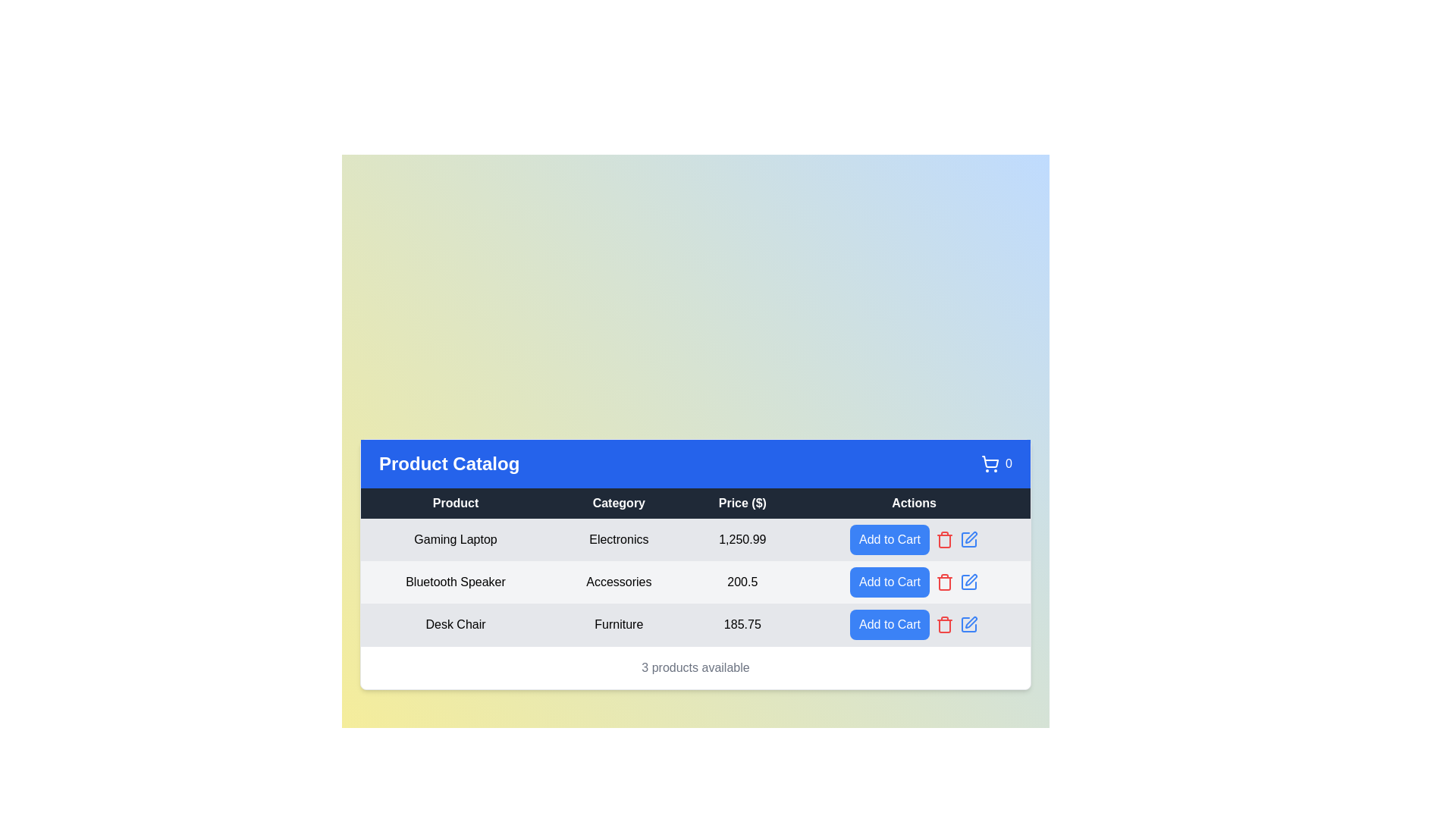  What do you see at coordinates (968, 624) in the screenshot?
I see `the decorative SVG icon located in the Actions column of the last row in the product table` at bounding box center [968, 624].